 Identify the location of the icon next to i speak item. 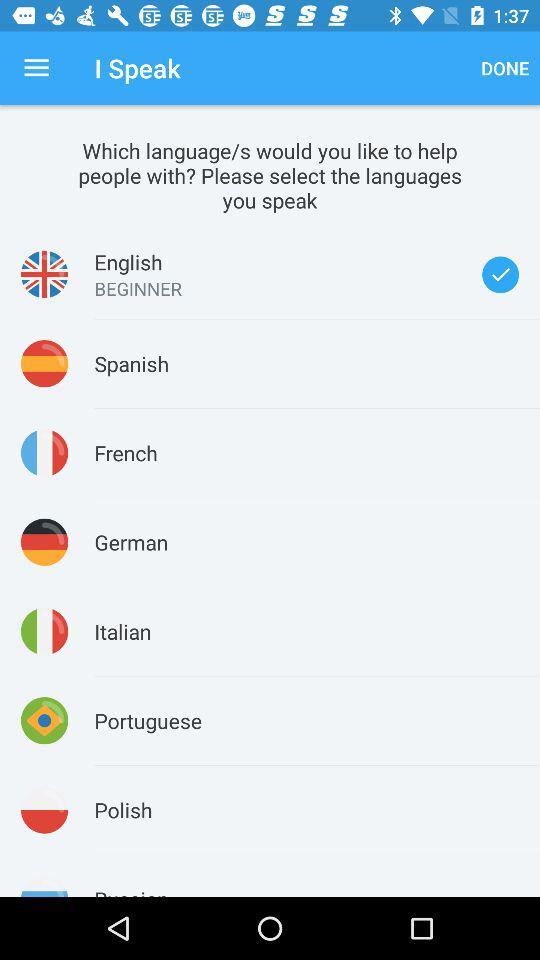
(504, 68).